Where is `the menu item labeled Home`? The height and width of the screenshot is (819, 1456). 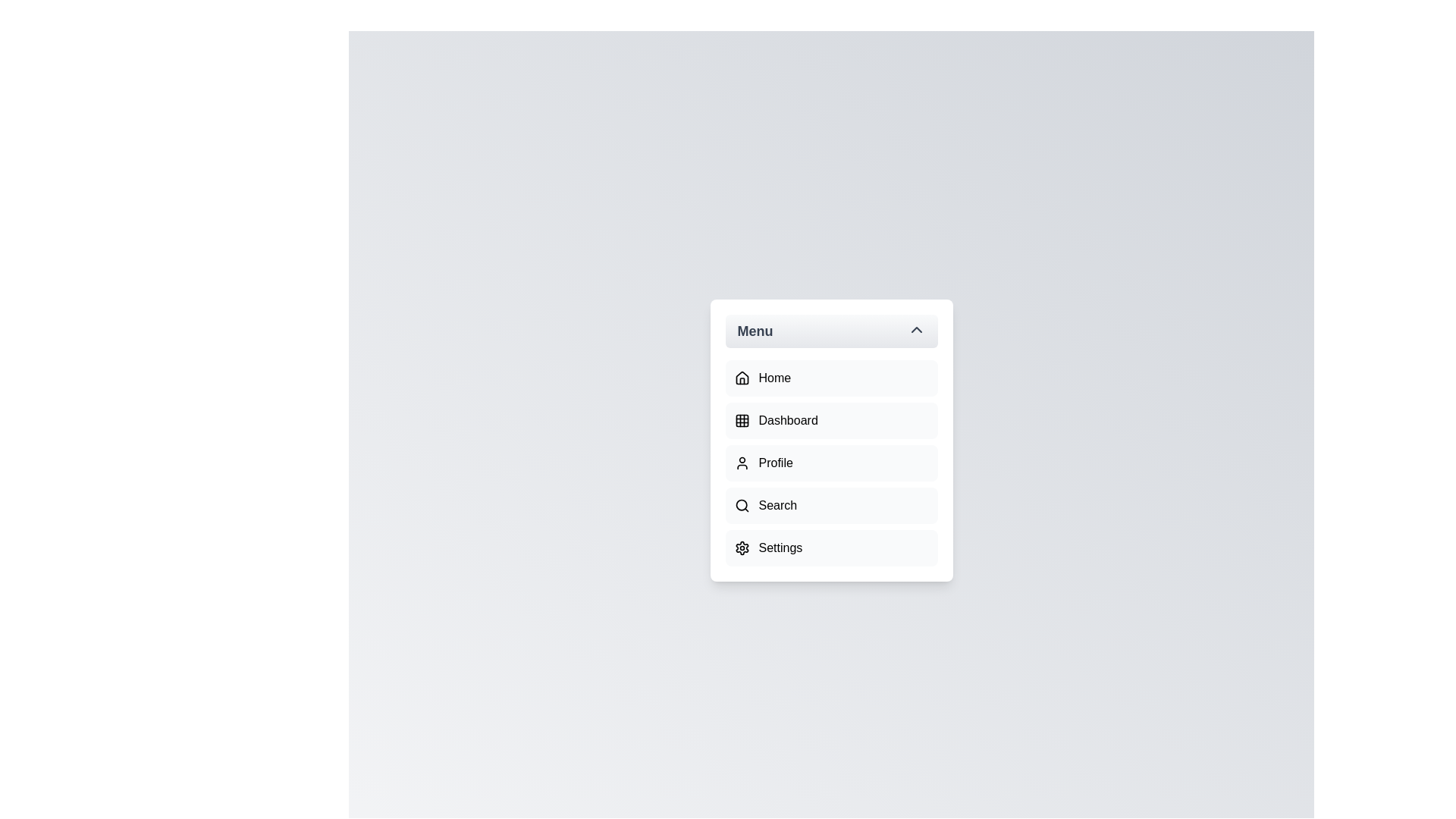 the menu item labeled Home is located at coordinates (830, 377).